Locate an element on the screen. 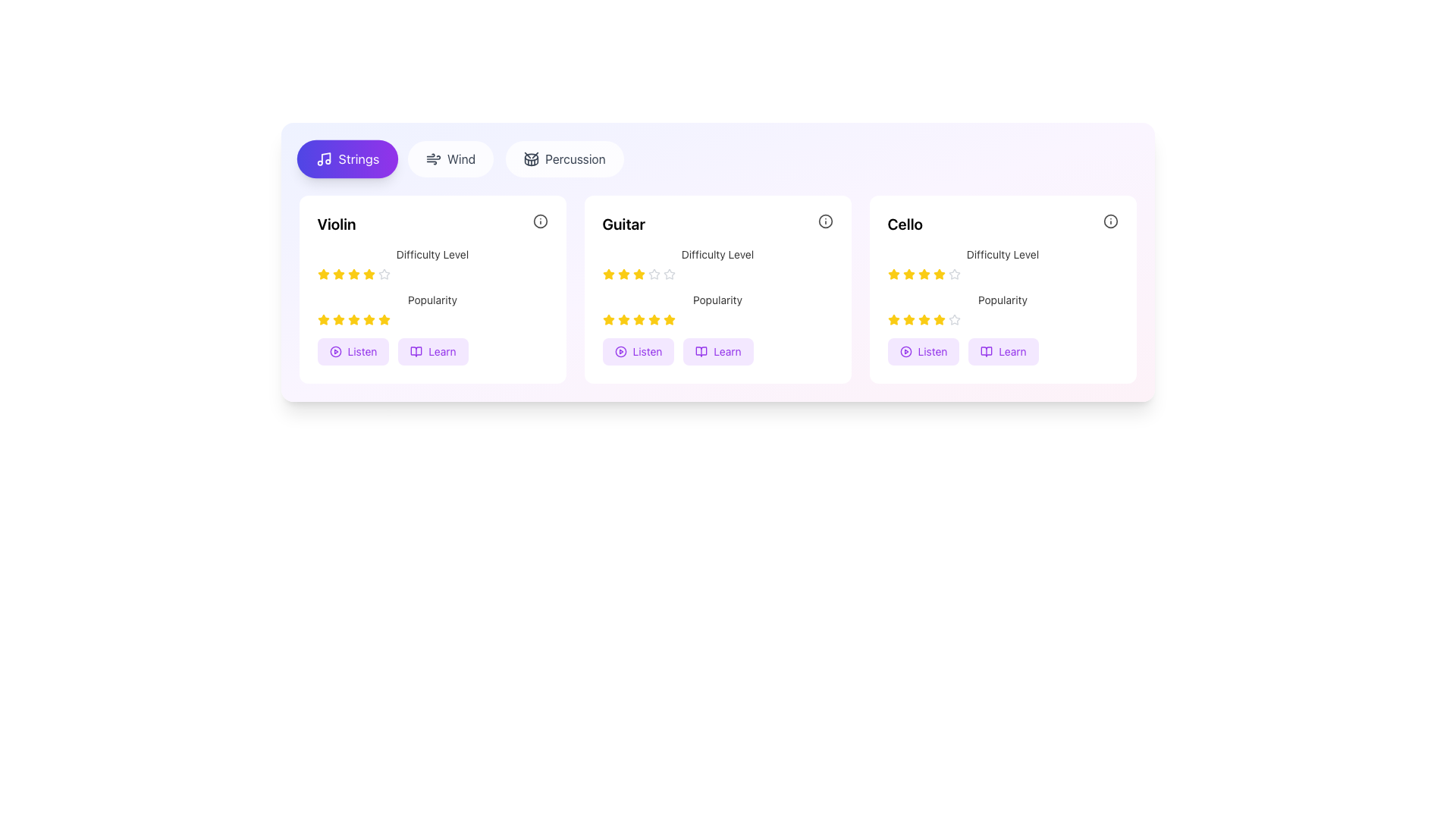  the third star in the top row of the rating system for the 'Cello' category, which indicates a complete rating is located at coordinates (908, 275).